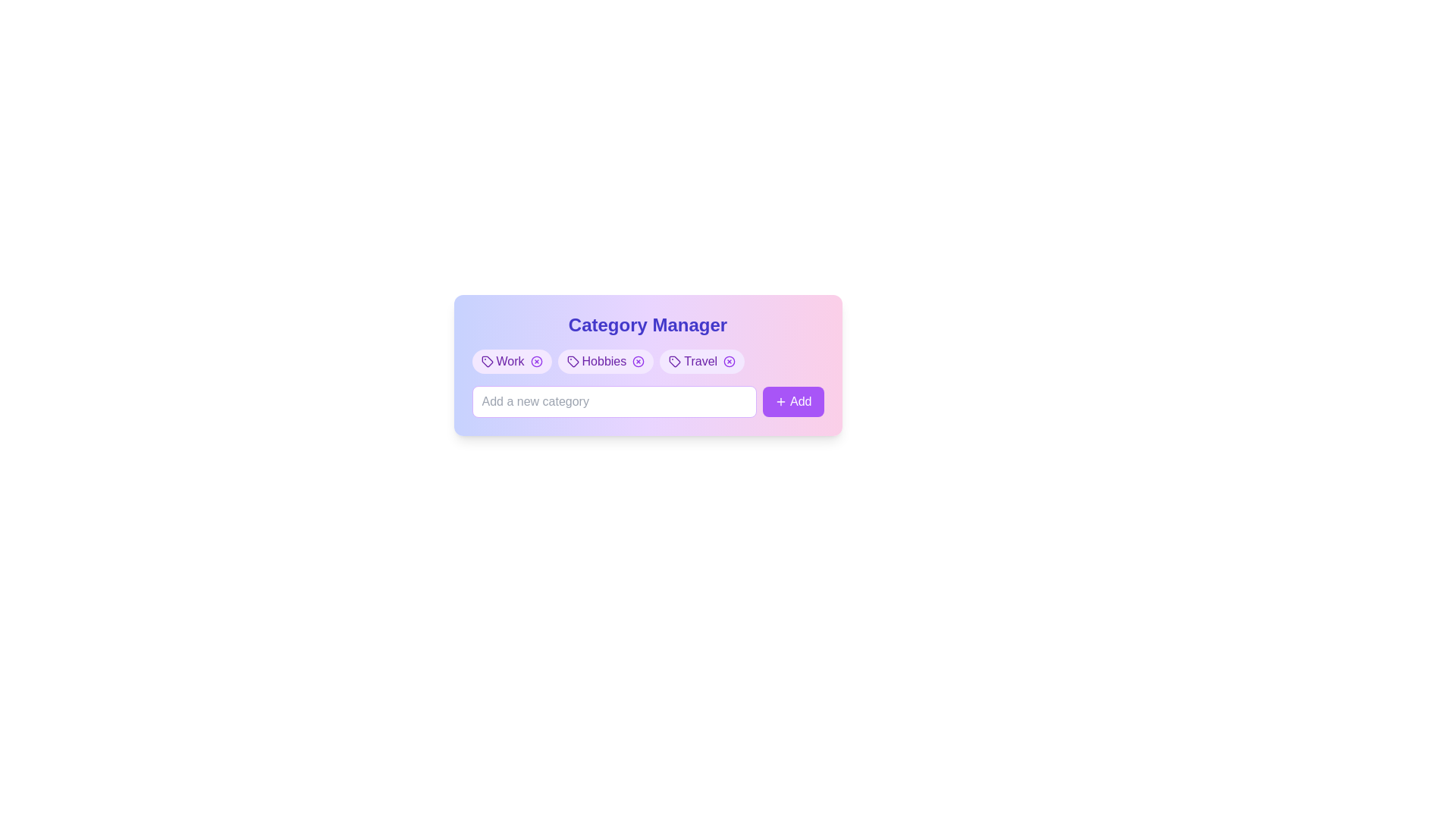 This screenshot has width=1456, height=819. Describe the element at coordinates (604, 362) in the screenshot. I see `the 'Hobbies' category chip, which is a pill-shaped element with a lavender background and a darker purple text color, located in the middle of three similar items under 'Category Manager'` at that location.